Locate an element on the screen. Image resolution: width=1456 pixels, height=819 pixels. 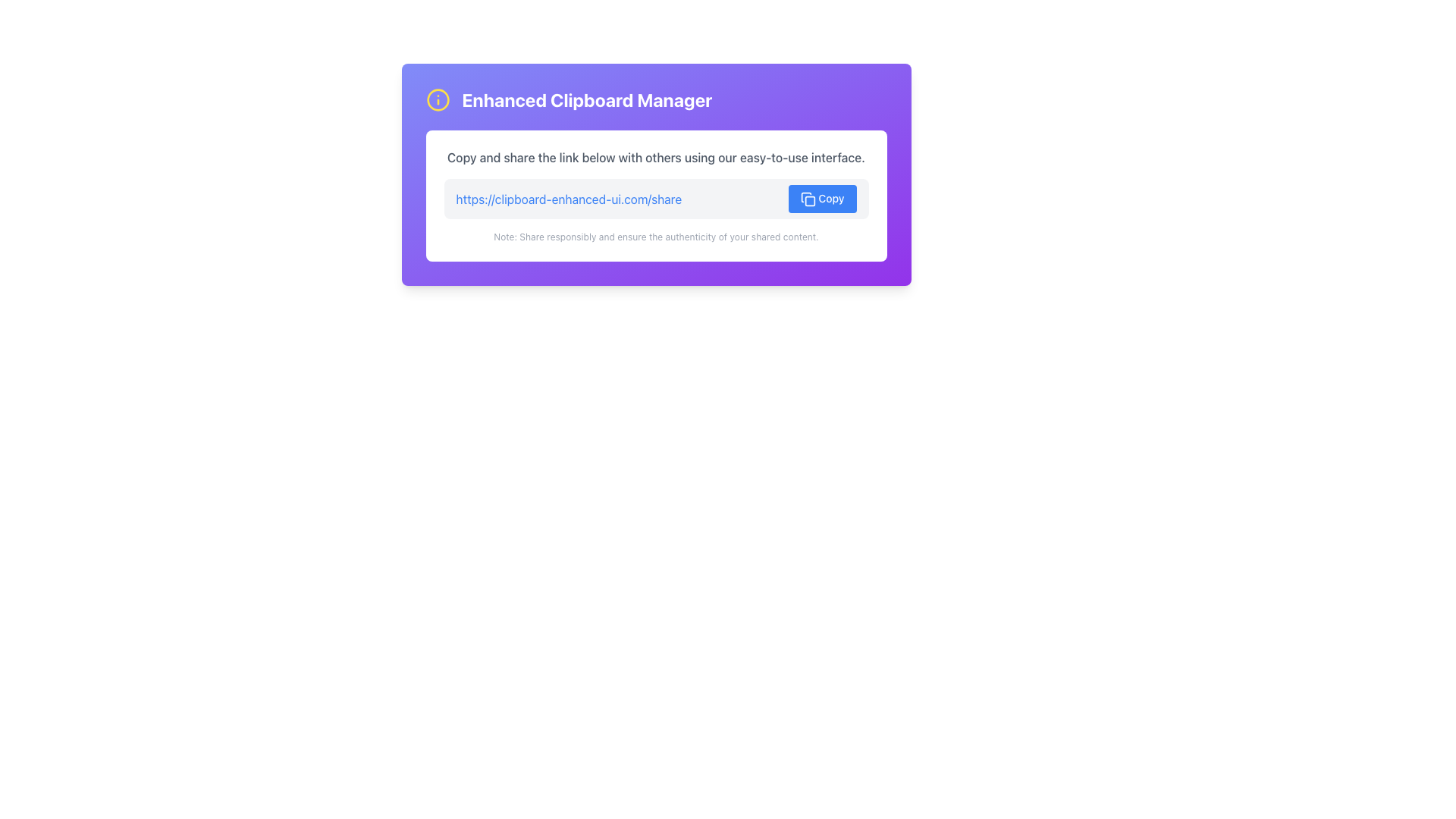
the small square shape with rounded corners that is part of the copy symbol icon, located near the top-right of the box containing the 'Copy' button is located at coordinates (809, 200).